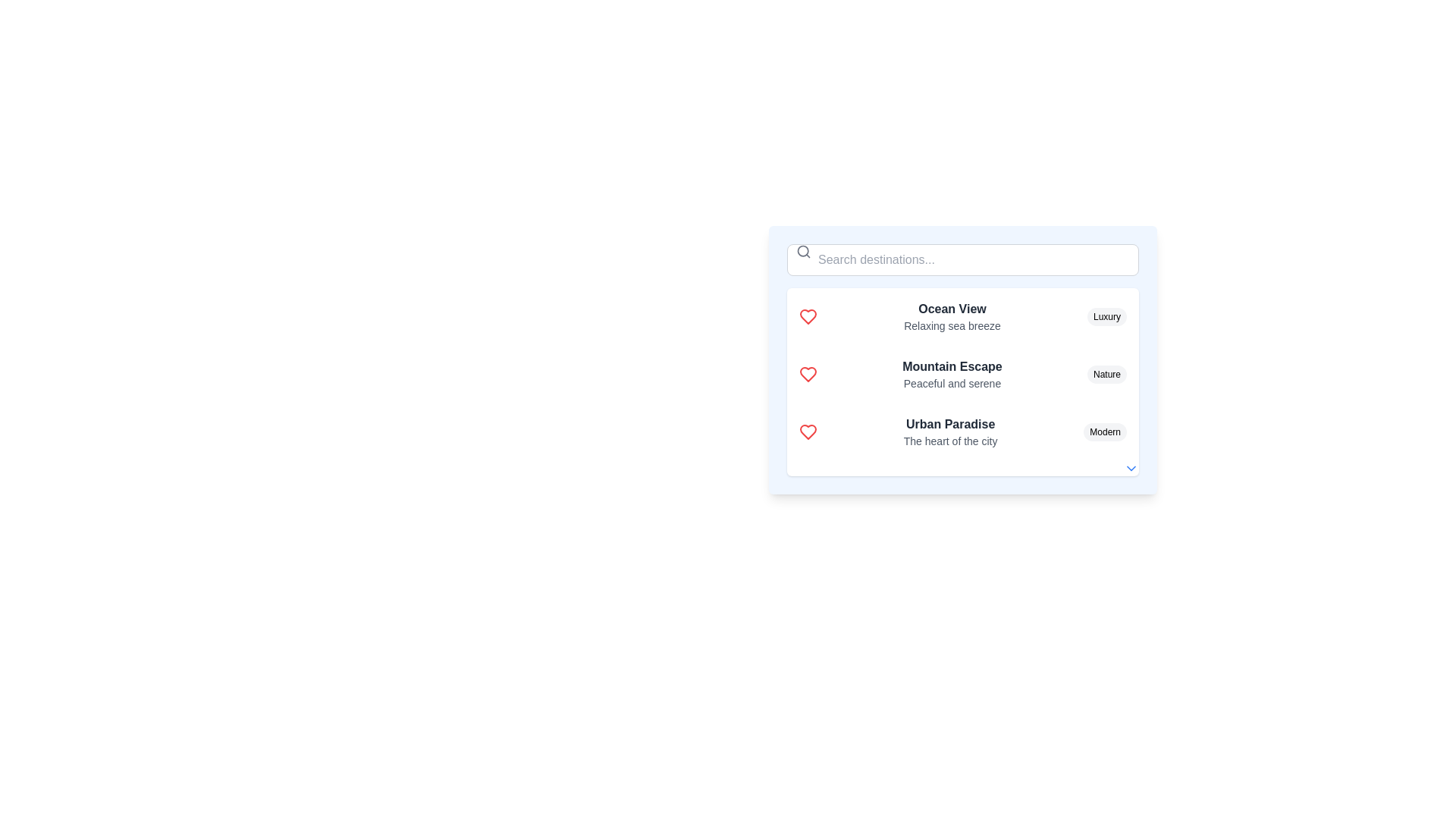  I want to click on the 'Luxury' label, so click(1106, 315).